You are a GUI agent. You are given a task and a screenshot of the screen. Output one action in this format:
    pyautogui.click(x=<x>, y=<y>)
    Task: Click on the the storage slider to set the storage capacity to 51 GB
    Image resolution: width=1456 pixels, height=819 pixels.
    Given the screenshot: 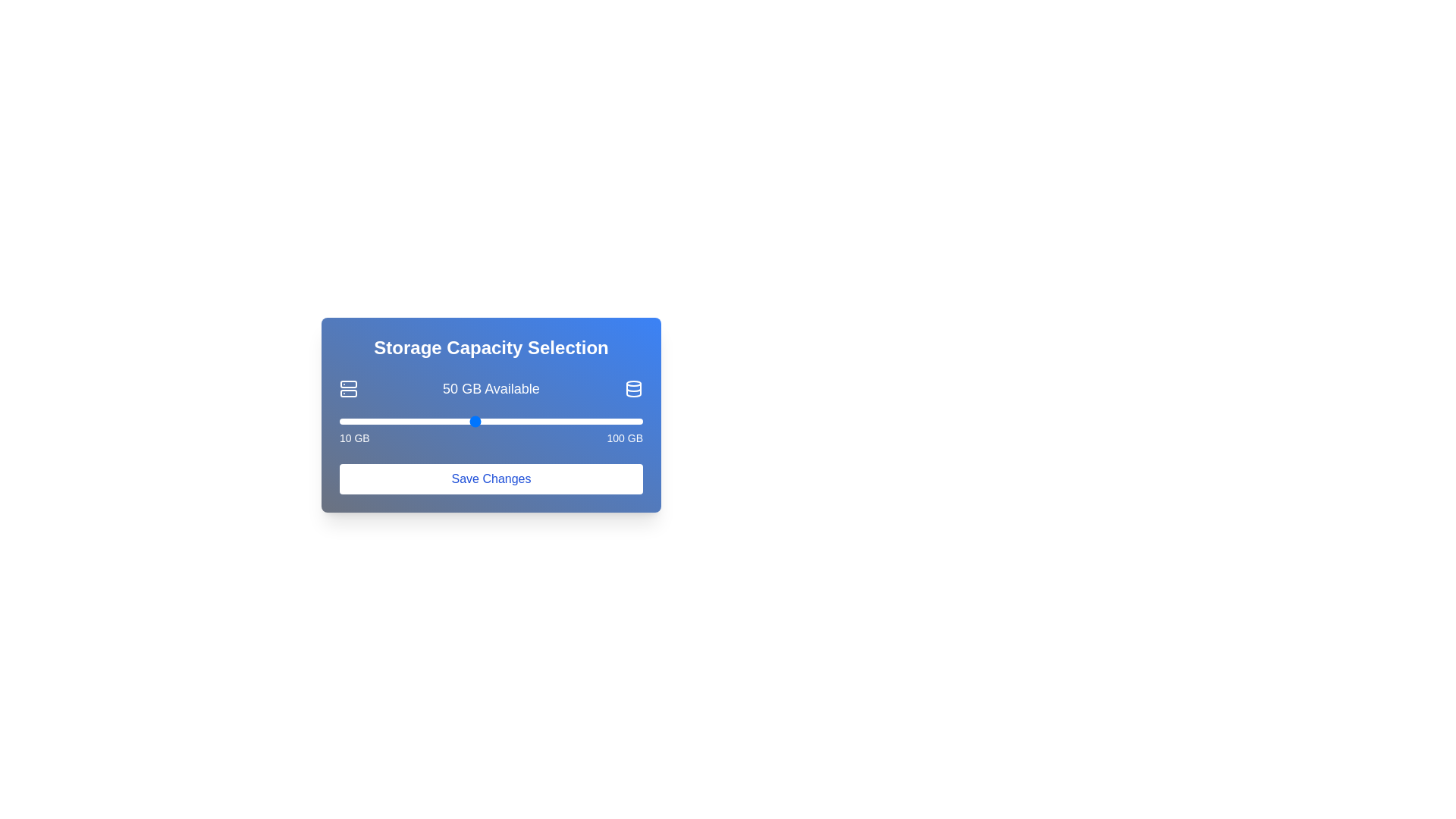 What is the action you would take?
    pyautogui.click(x=477, y=421)
    